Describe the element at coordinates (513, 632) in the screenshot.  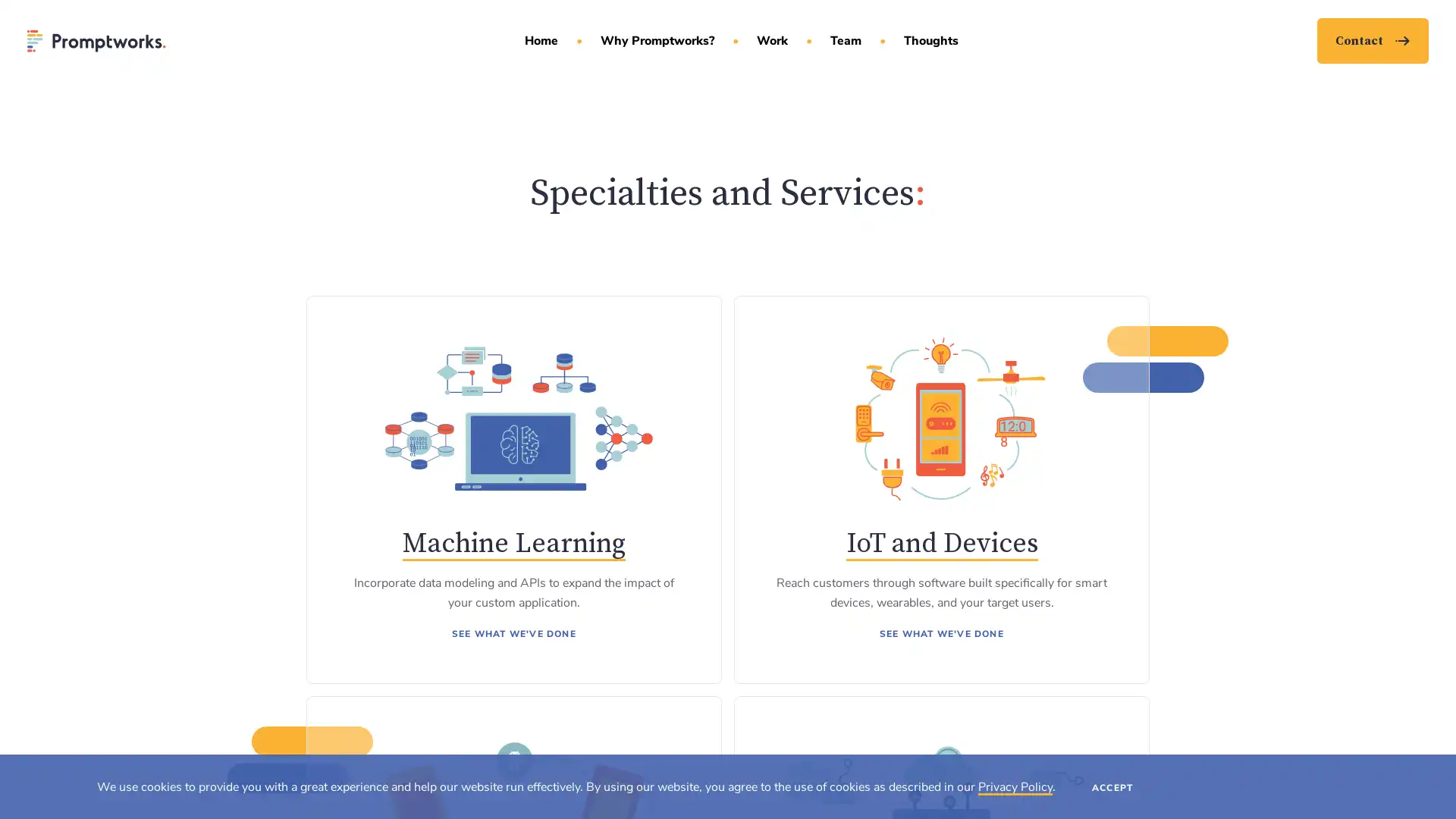
I see `SEE WHAT WE'VE DONE` at that location.